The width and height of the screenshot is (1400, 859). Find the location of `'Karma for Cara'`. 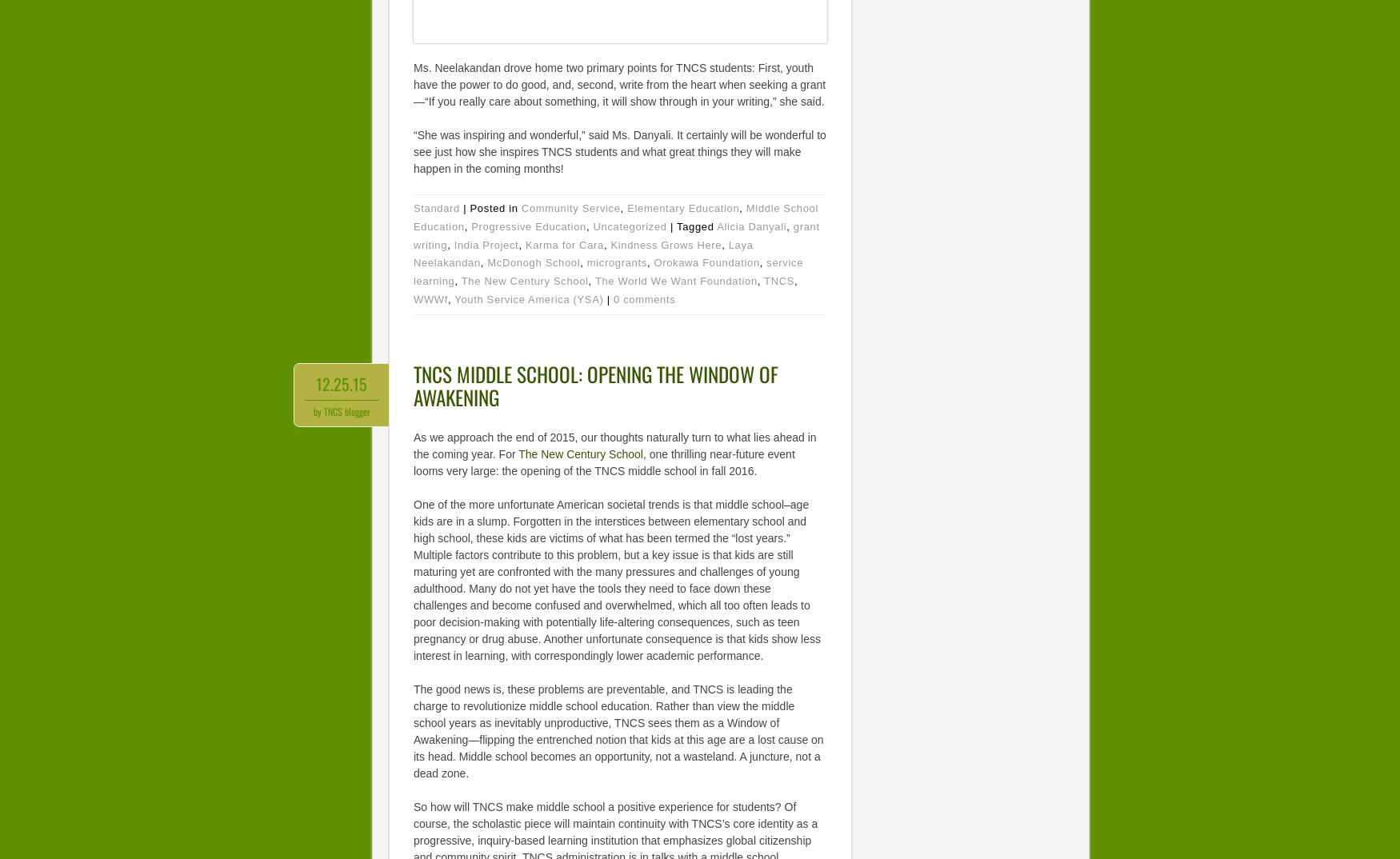

'Karma for Cara' is located at coordinates (524, 244).